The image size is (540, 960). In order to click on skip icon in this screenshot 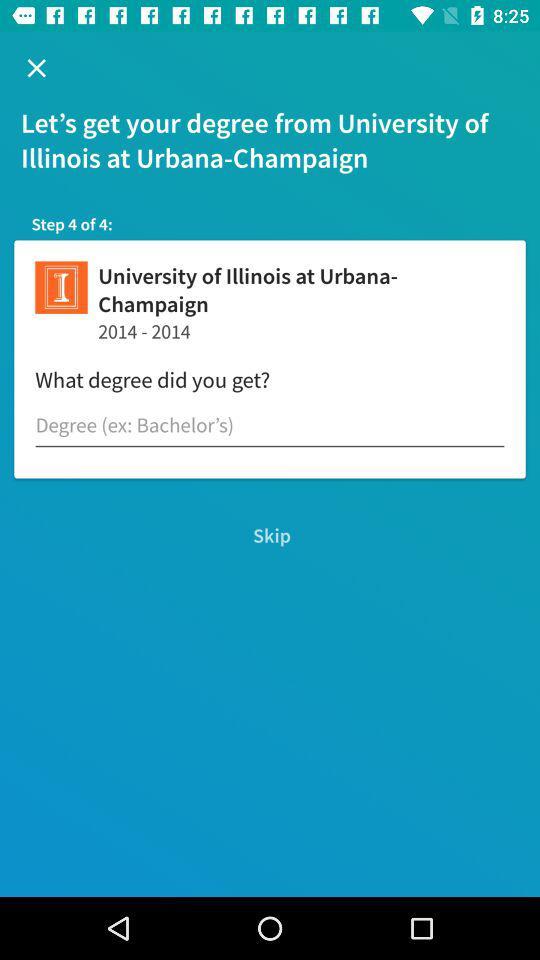, I will do `click(270, 534)`.